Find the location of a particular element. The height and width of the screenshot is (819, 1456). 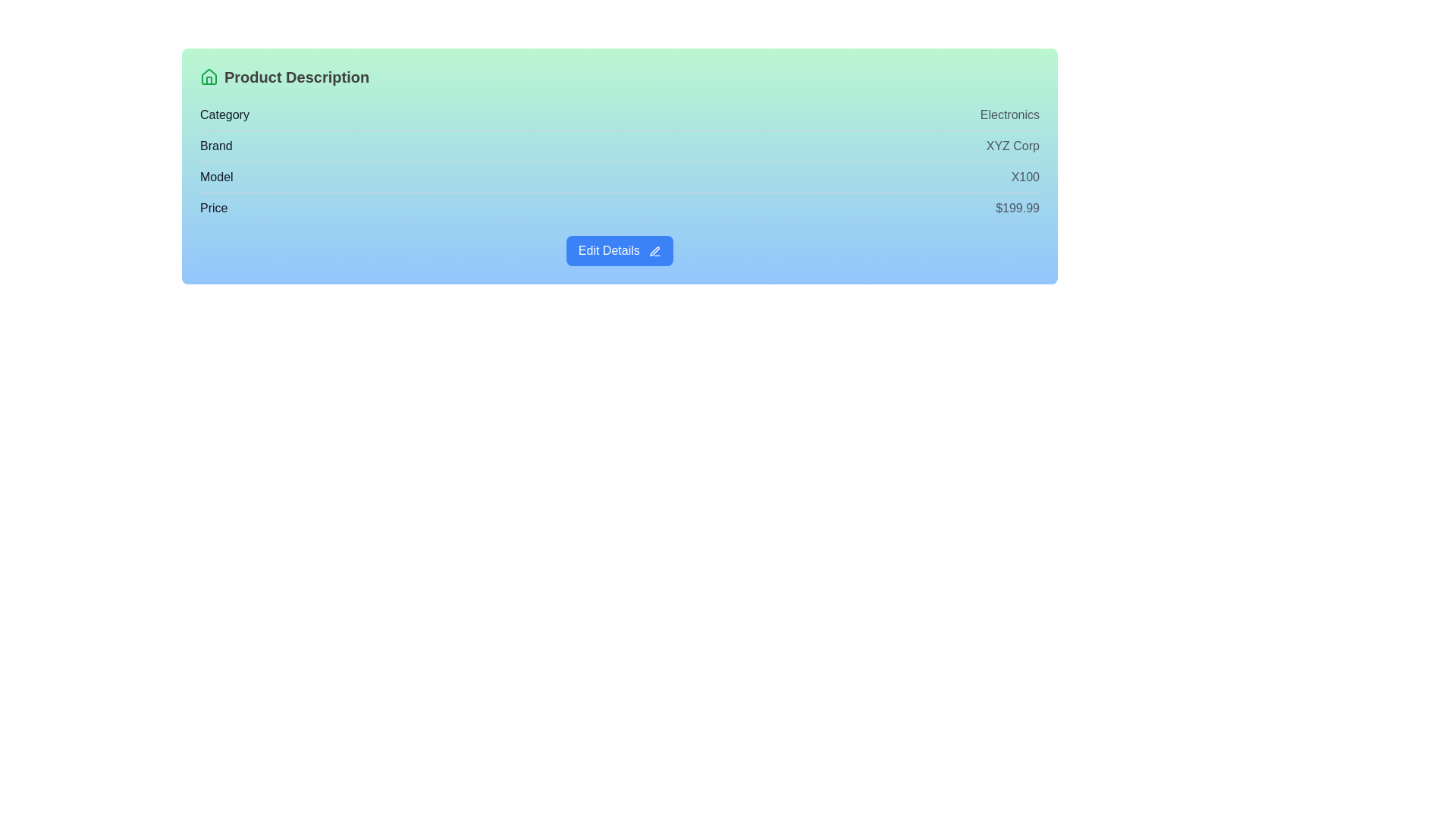

the static text label indicating the nature of the corresponding value '$199.99', located in the lower-left area of the blue section containing the product details is located at coordinates (213, 208).